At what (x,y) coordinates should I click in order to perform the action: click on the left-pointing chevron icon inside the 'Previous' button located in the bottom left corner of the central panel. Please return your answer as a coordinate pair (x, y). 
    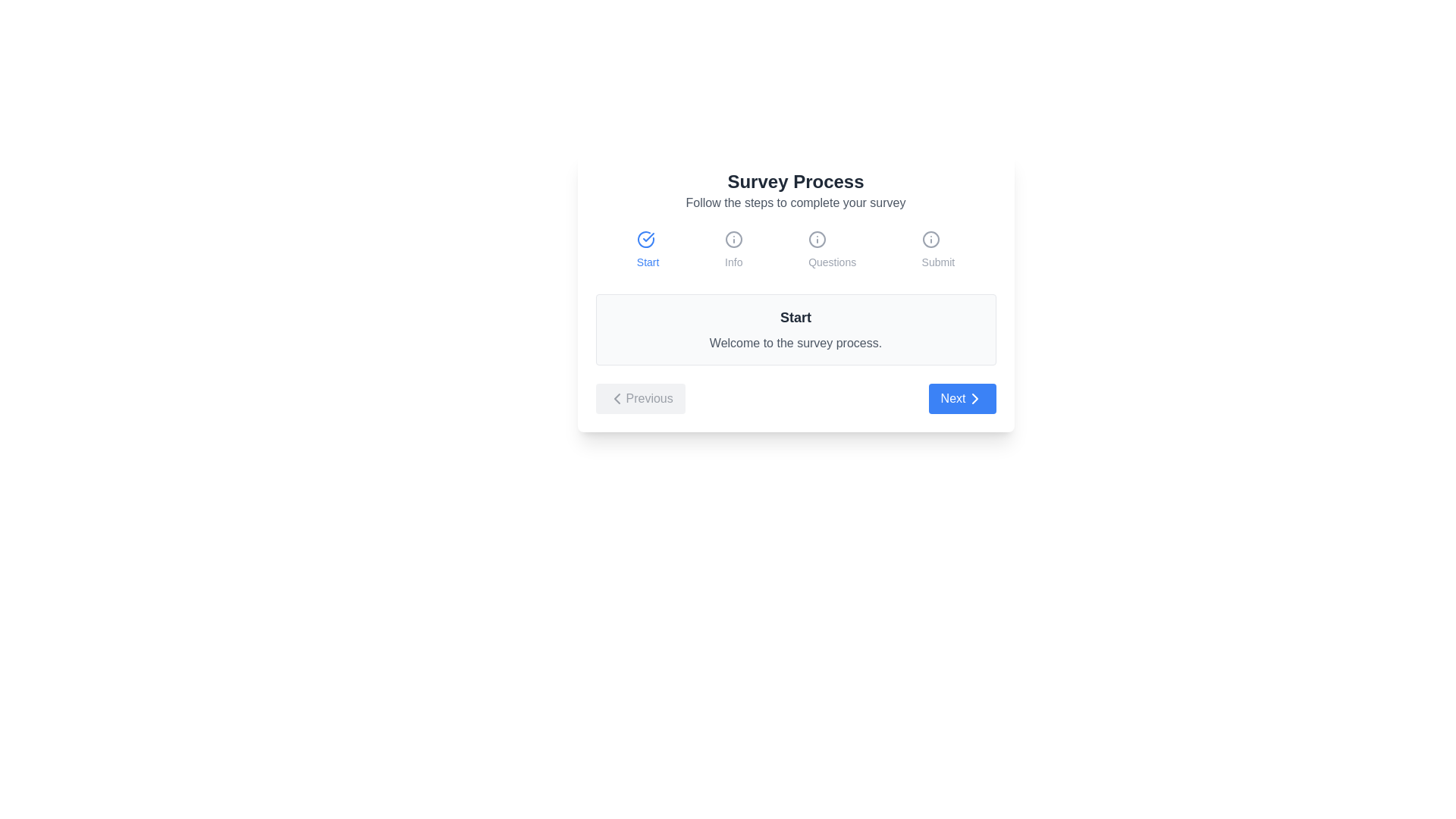
    Looking at the image, I should click on (617, 397).